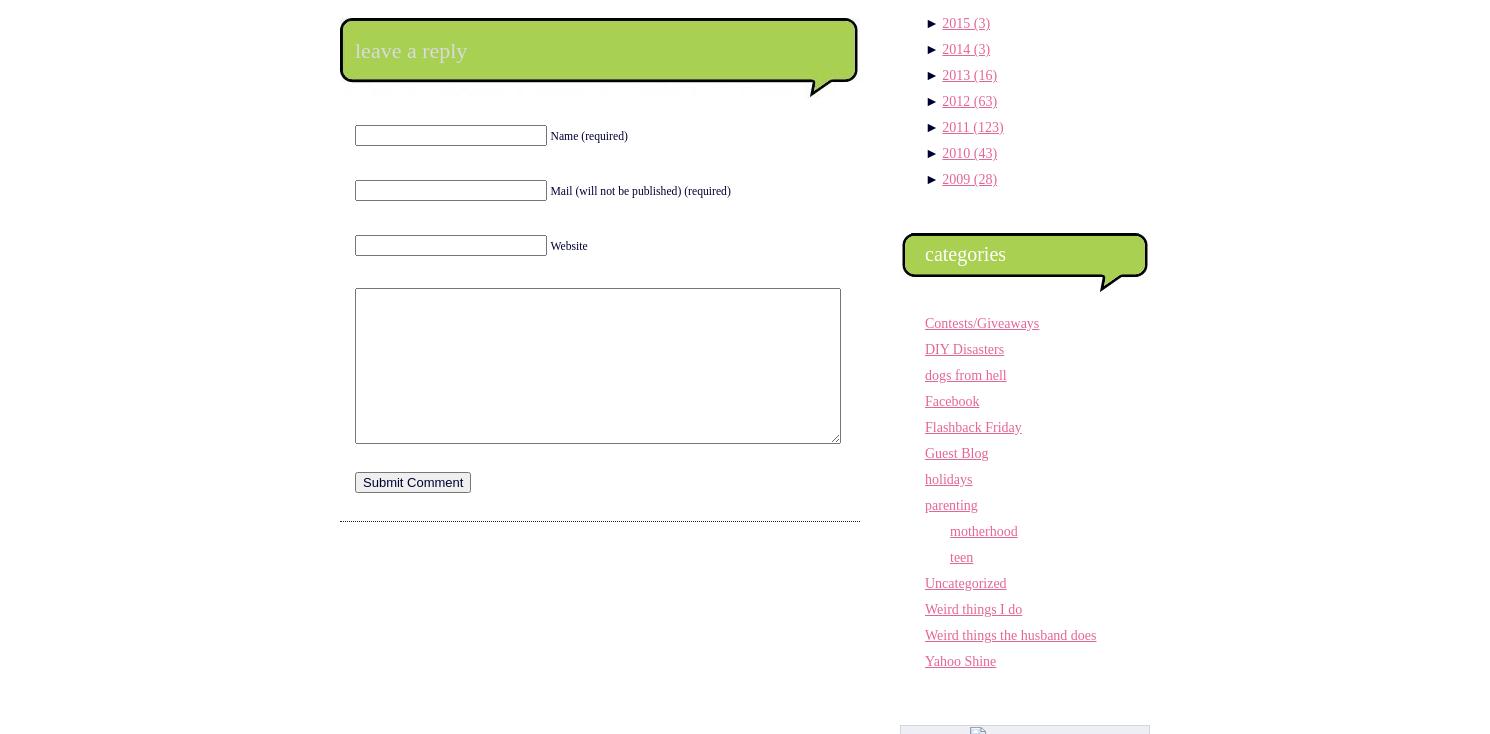 This screenshot has height=734, width=1490. I want to click on 'Website', so click(548, 245).